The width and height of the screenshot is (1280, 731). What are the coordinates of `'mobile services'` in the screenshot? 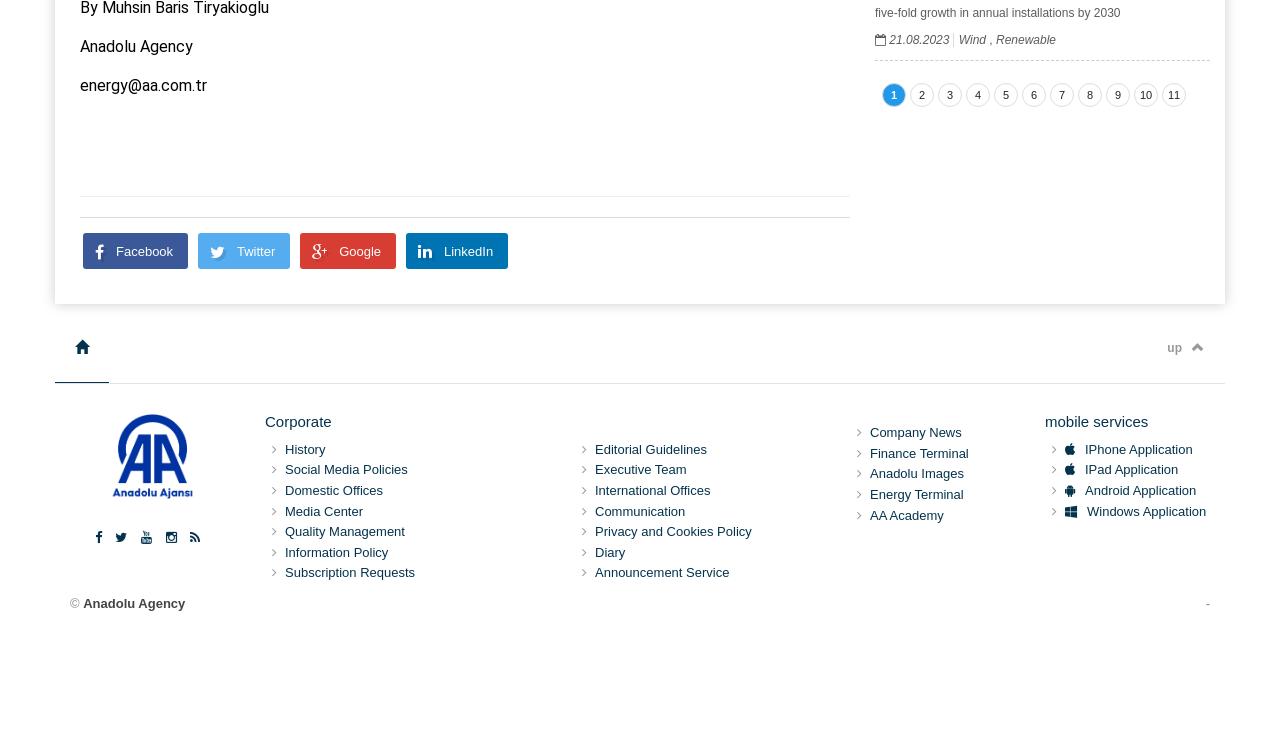 It's located at (1095, 421).